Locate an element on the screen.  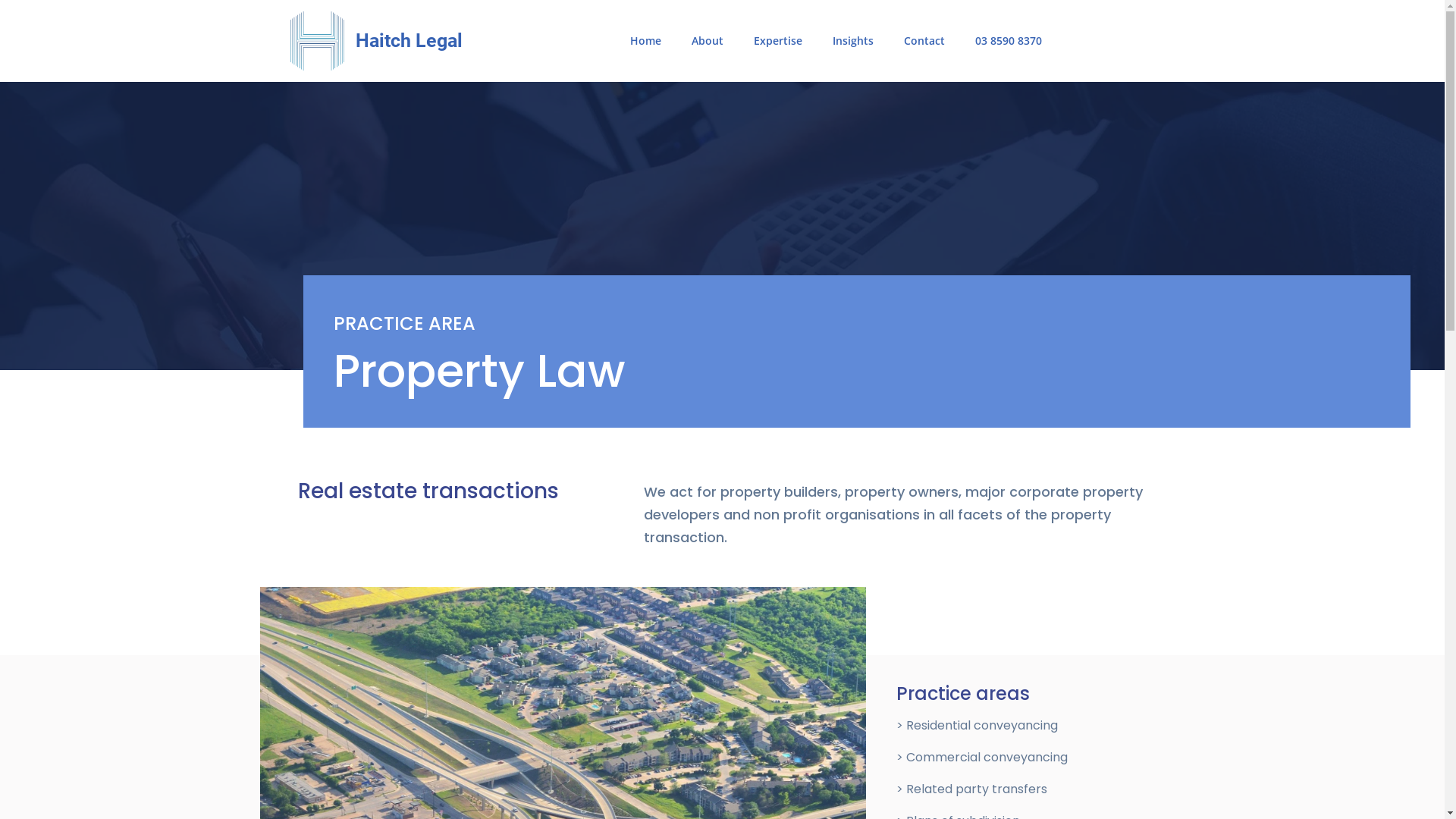
'Haitch Legal' is located at coordinates (409, 39).